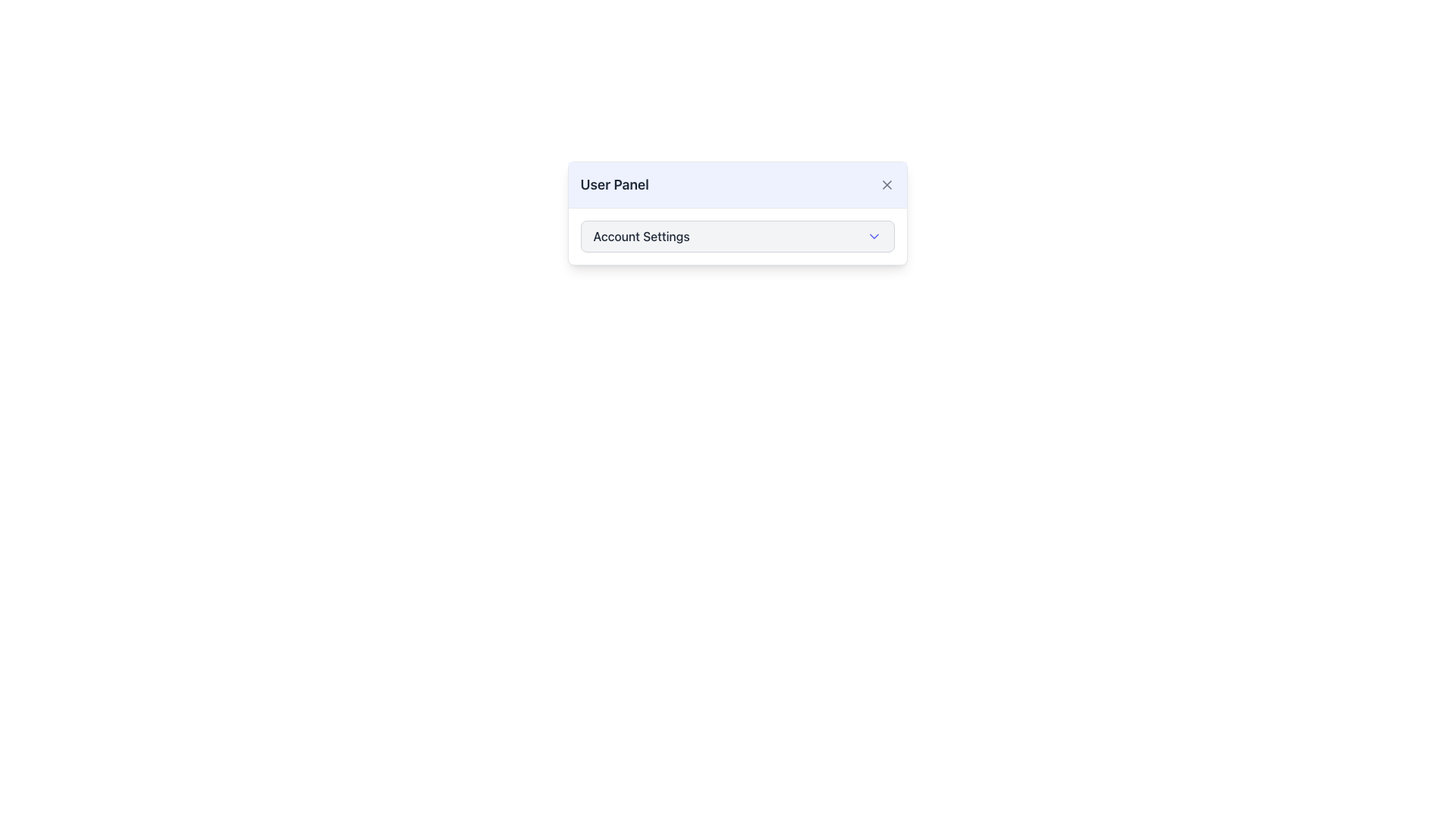 The image size is (1456, 819). I want to click on the dropdown menu trigger located in the User Panel, so click(737, 237).